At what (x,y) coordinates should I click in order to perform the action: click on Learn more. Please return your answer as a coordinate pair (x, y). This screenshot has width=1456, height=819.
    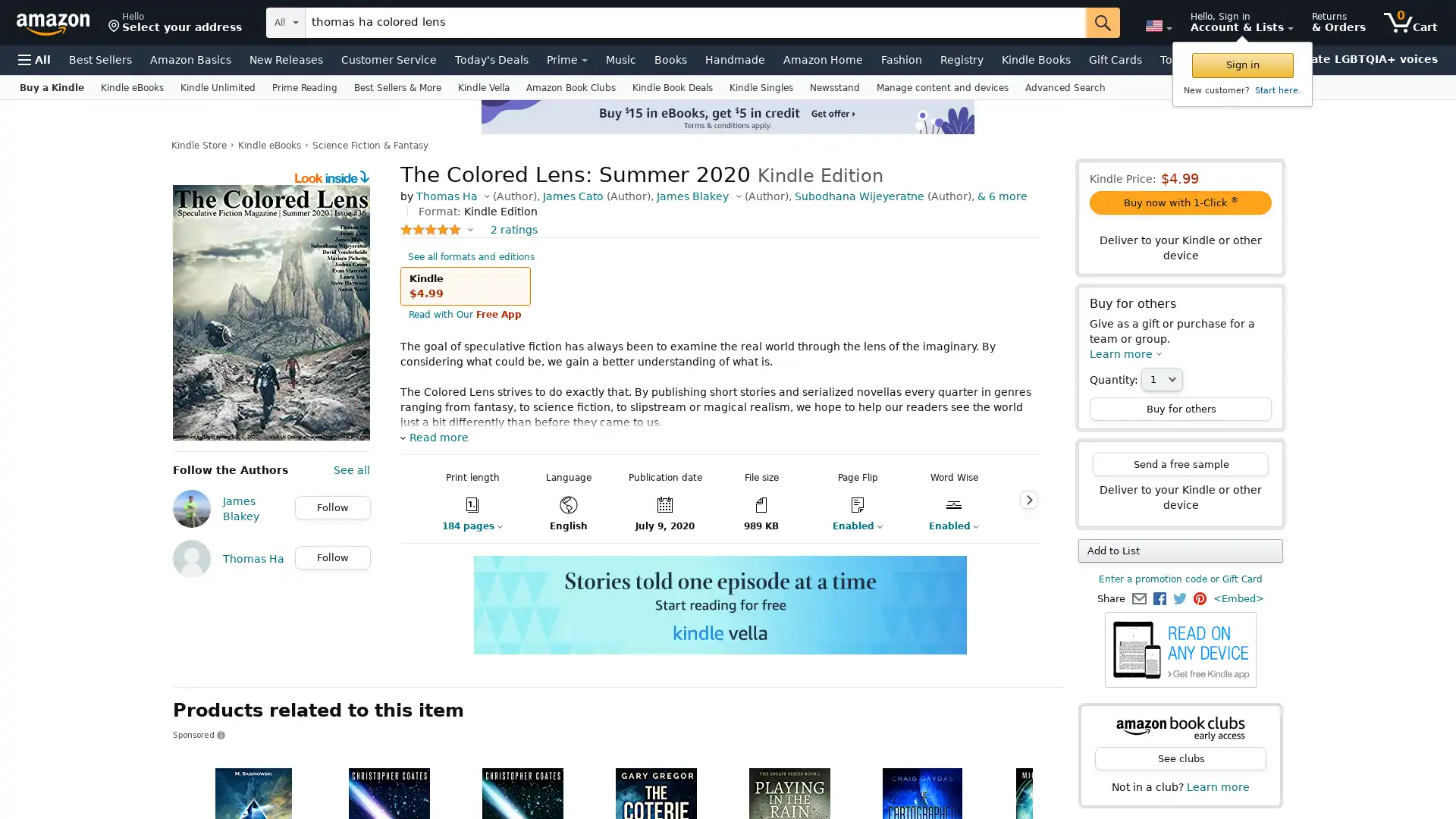
    Looking at the image, I should click on (1125, 353).